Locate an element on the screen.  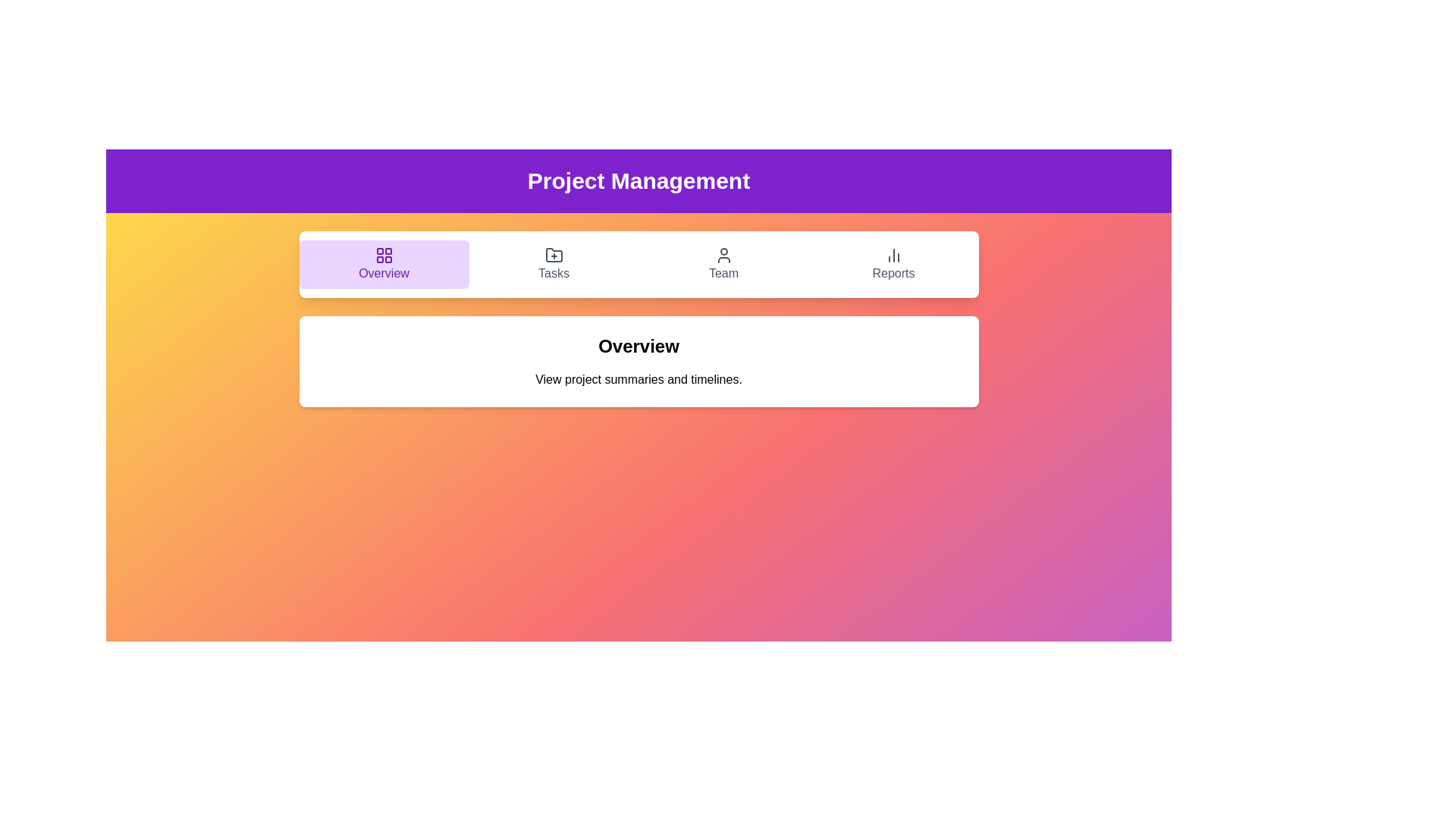
the tab labeled Team to navigate to the corresponding section is located at coordinates (723, 263).